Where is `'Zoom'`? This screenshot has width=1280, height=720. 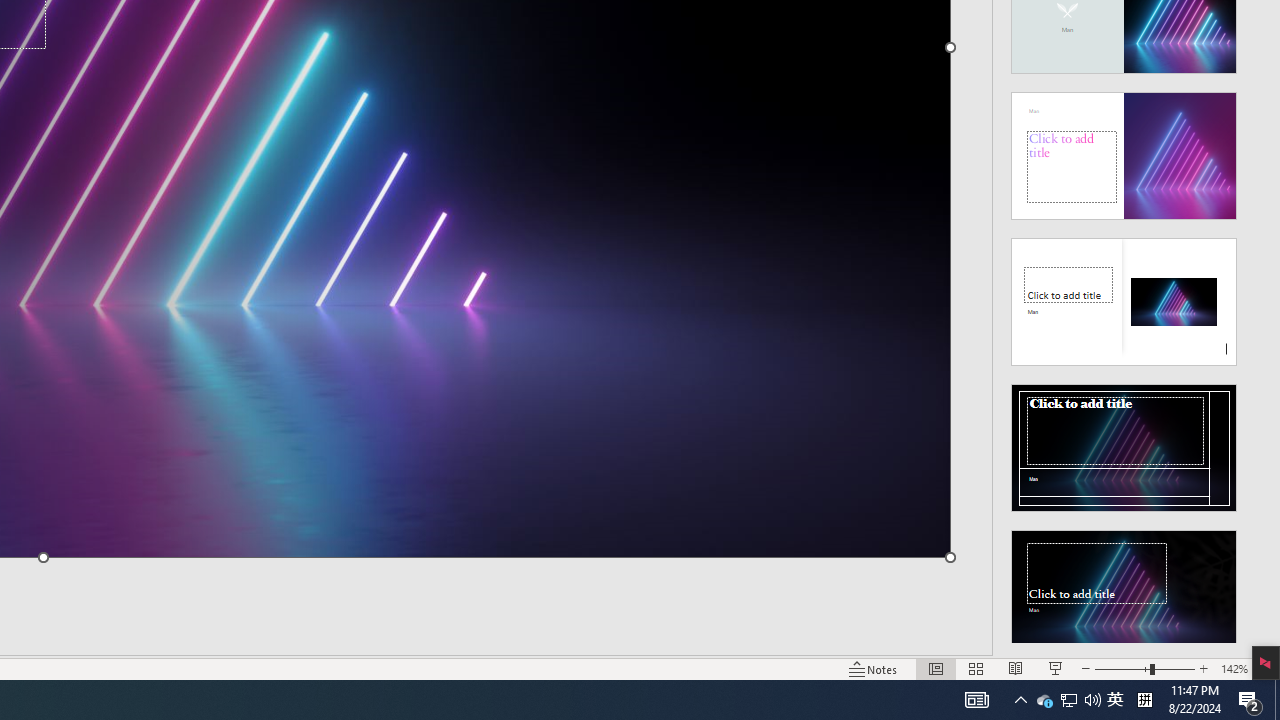
'Zoom' is located at coordinates (1121, 669).